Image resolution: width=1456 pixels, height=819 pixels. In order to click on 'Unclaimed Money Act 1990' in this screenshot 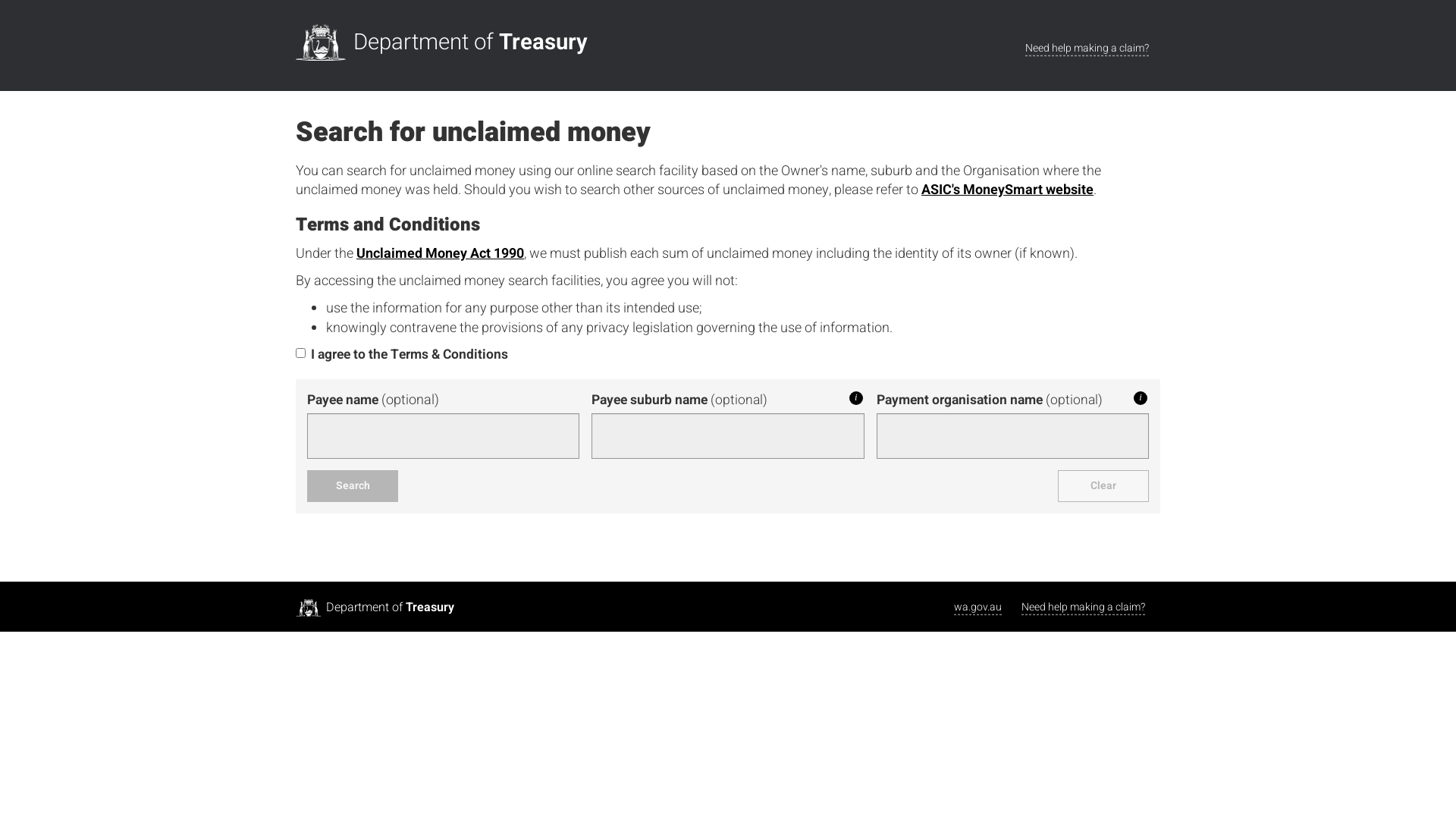, I will do `click(439, 253)`.